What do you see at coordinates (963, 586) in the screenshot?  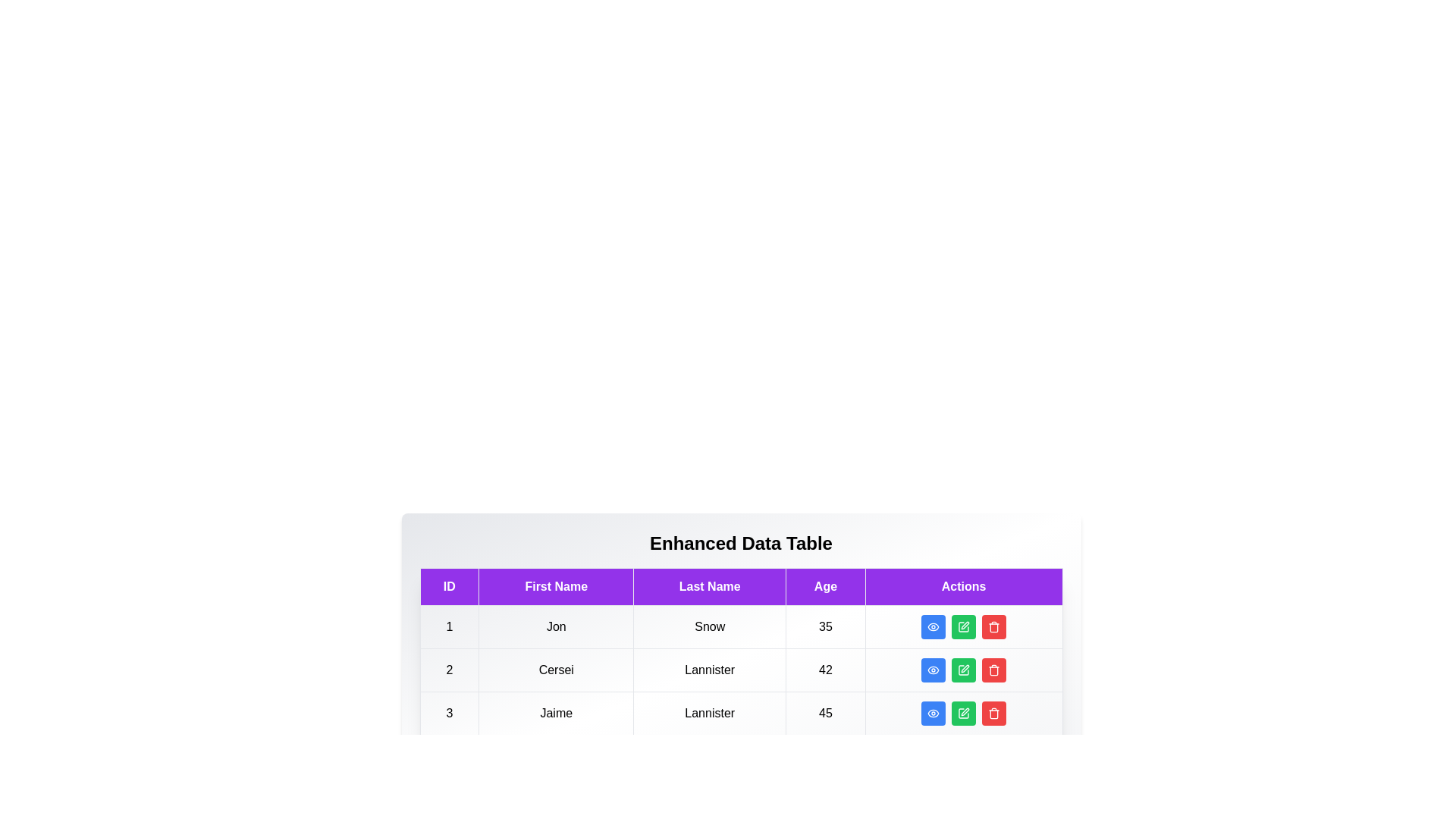 I see `the column header Actions to sort the table by that column` at bounding box center [963, 586].